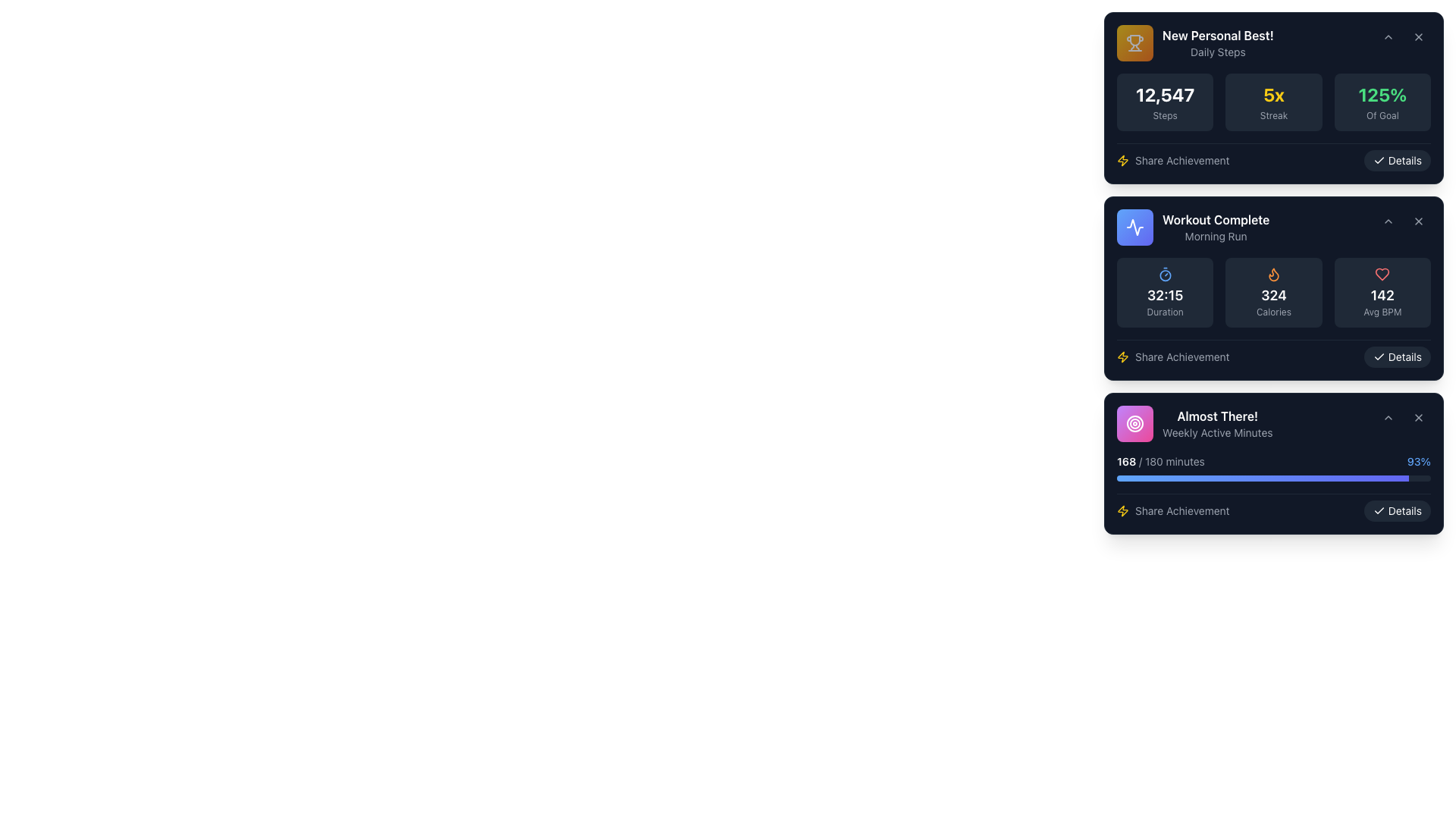 The height and width of the screenshot is (819, 1456). Describe the element at coordinates (1379, 511) in the screenshot. I see `the completion state icon located to the right of the 'Details' button in the bottom-right corner of the 'Workout Complete' card` at that location.